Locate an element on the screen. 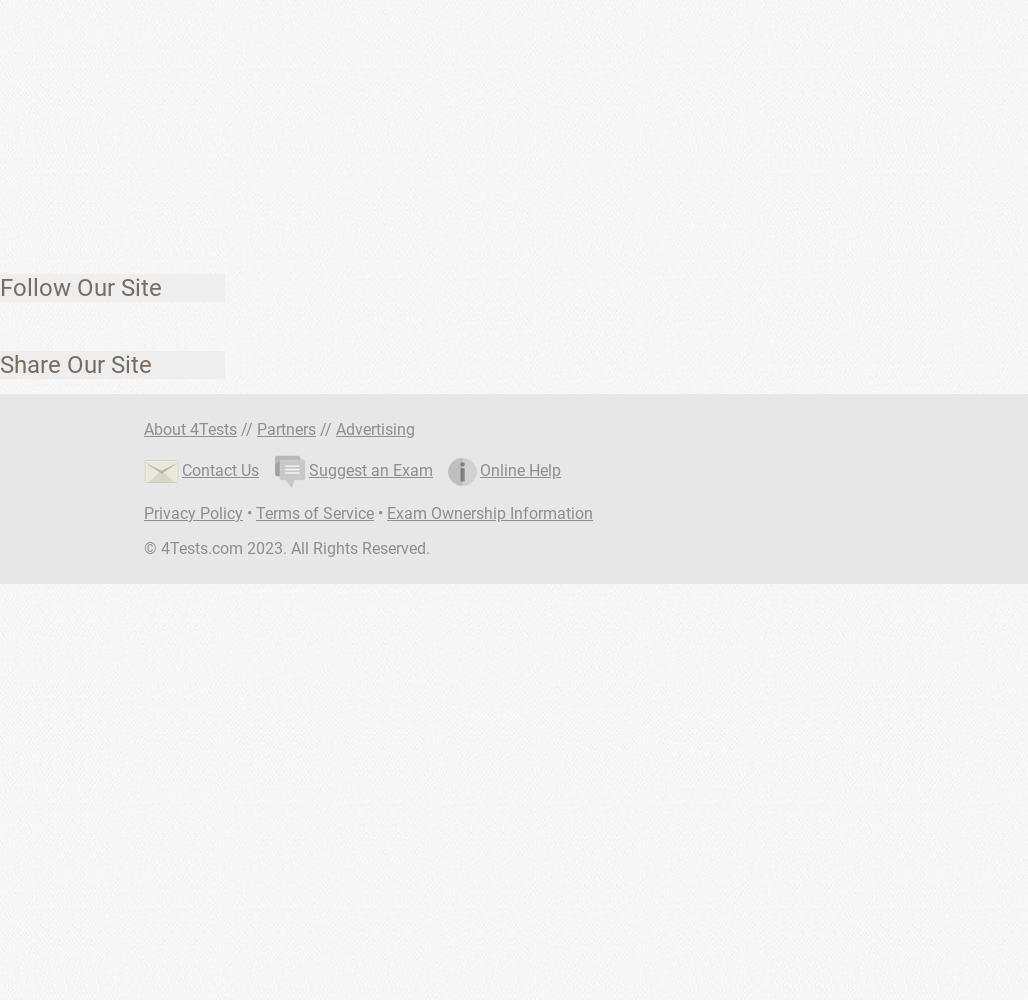 Image resolution: width=1028 pixels, height=1000 pixels. 'About 4Tests' is located at coordinates (190, 429).